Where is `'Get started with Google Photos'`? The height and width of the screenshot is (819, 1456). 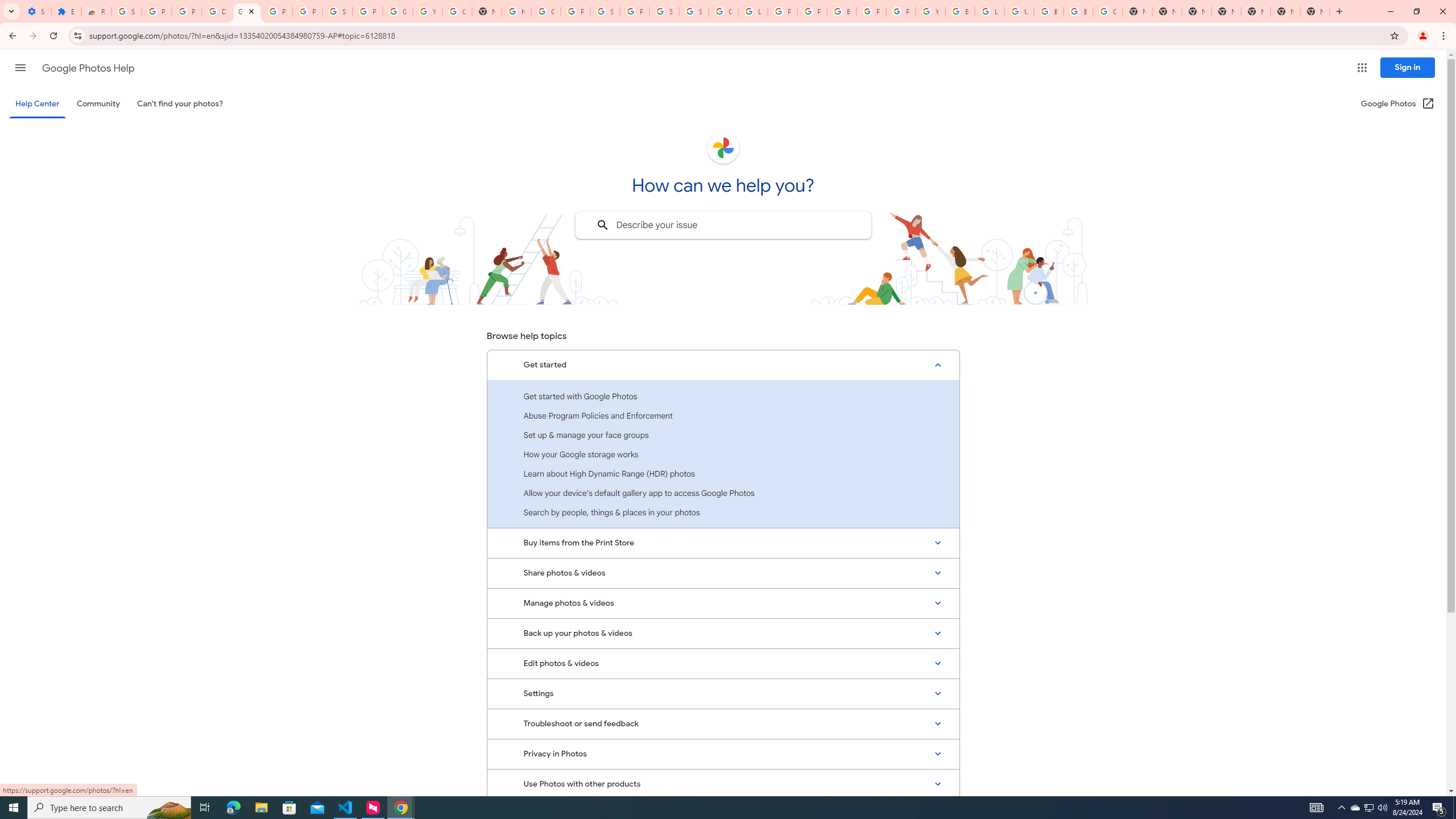
'Get started with Google Photos' is located at coordinates (723, 396).